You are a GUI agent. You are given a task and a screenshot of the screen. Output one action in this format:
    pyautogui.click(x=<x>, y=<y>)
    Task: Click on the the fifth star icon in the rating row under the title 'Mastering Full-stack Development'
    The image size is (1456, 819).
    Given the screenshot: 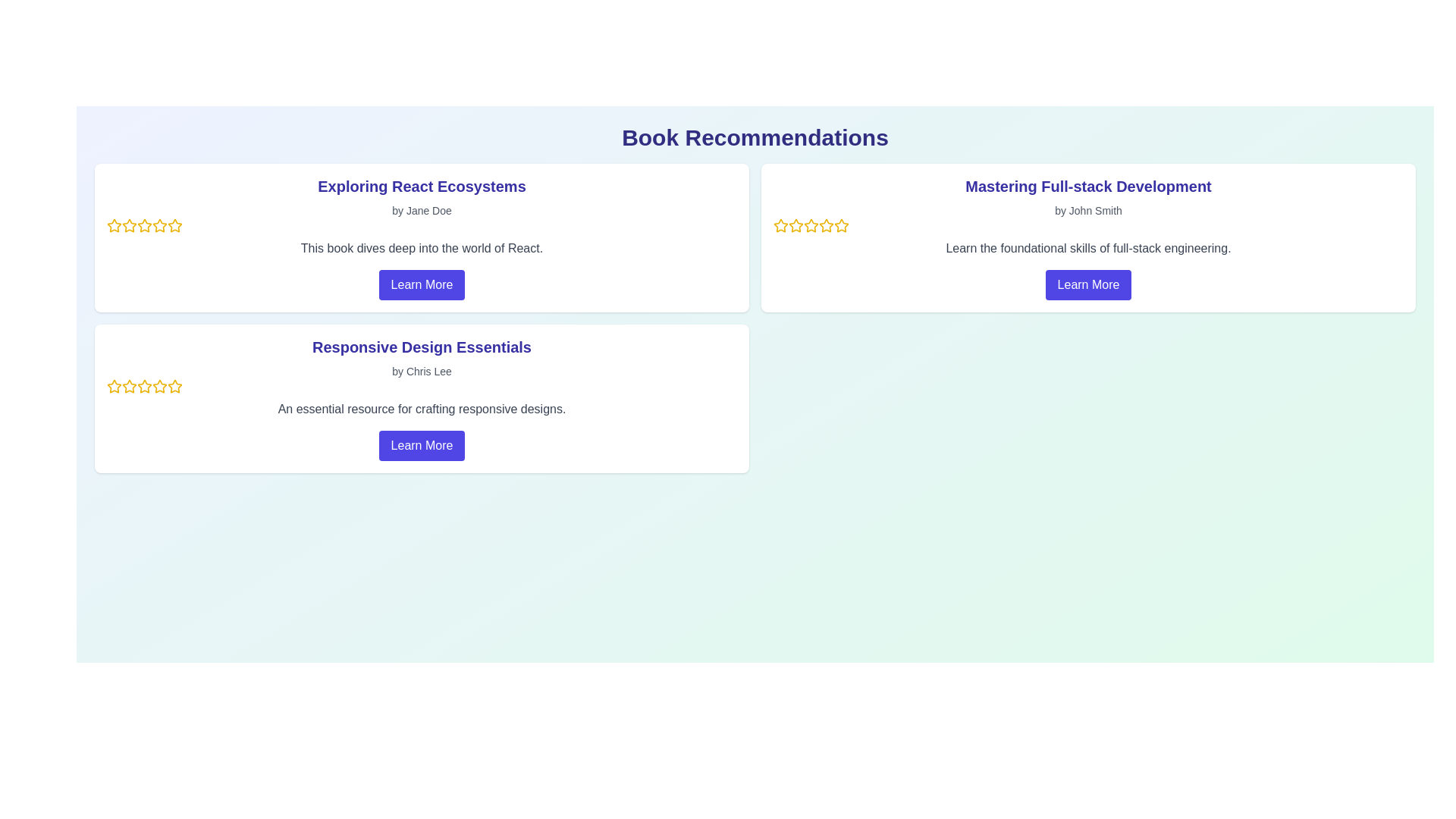 What is the action you would take?
    pyautogui.click(x=840, y=225)
    